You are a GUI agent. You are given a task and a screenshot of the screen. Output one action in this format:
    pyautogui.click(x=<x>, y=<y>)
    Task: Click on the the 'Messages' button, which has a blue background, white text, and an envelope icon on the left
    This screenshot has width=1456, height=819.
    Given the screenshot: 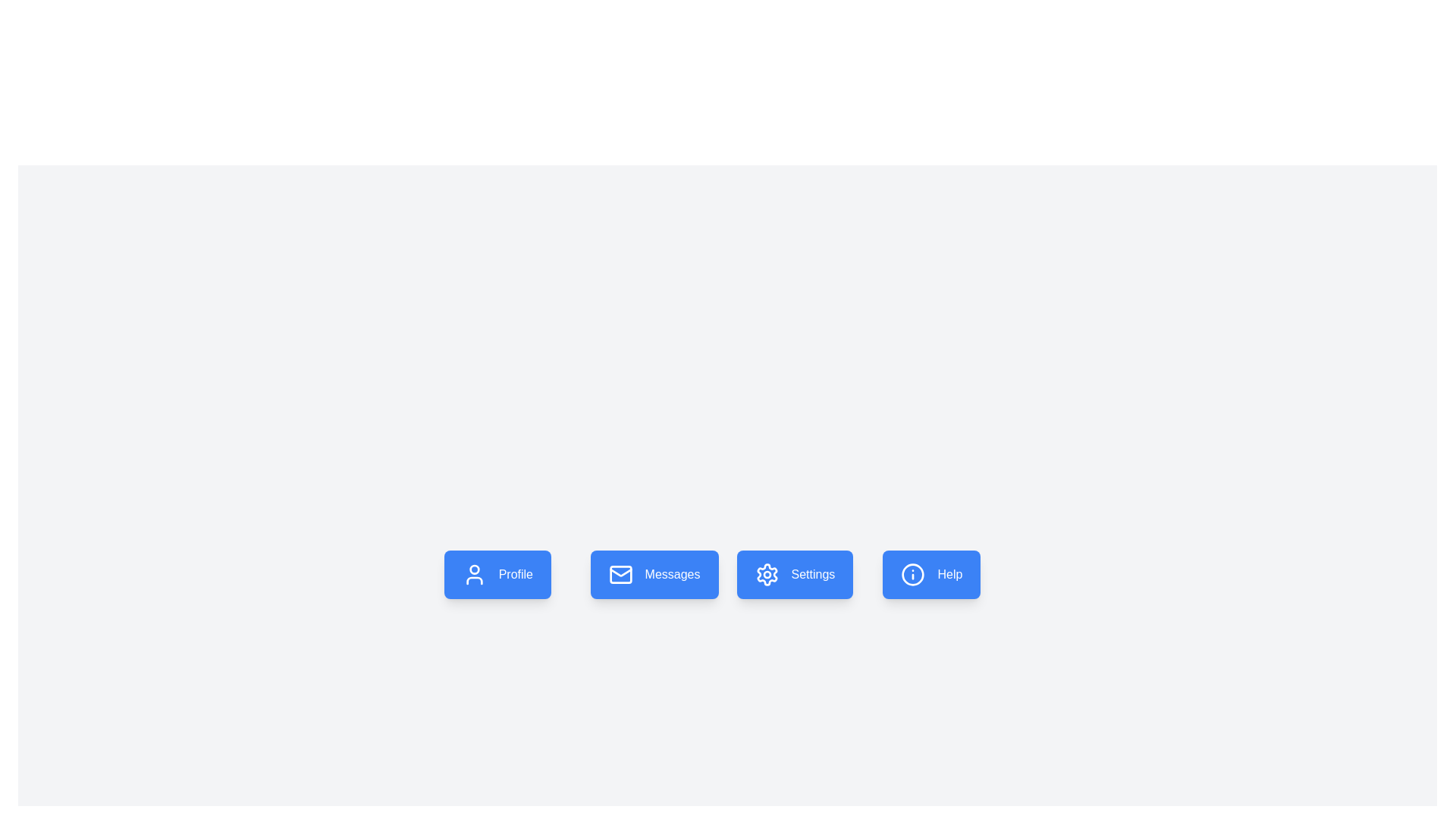 What is the action you would take?
    pyautogui.click(x=654, y=575)
    